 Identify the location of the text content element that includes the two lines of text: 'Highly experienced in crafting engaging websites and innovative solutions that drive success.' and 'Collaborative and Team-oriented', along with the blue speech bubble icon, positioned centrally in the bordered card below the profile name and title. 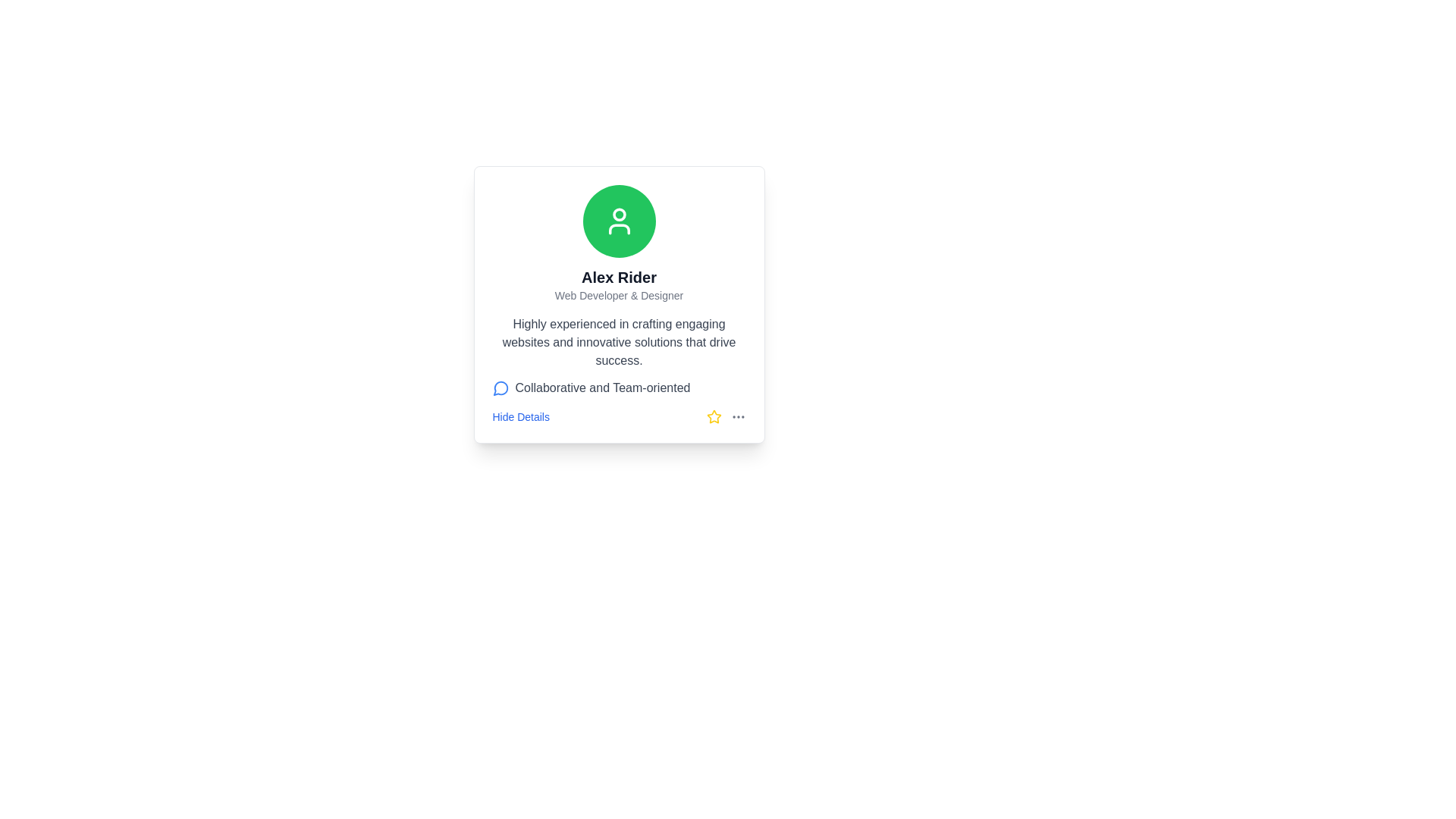
(619, 356).